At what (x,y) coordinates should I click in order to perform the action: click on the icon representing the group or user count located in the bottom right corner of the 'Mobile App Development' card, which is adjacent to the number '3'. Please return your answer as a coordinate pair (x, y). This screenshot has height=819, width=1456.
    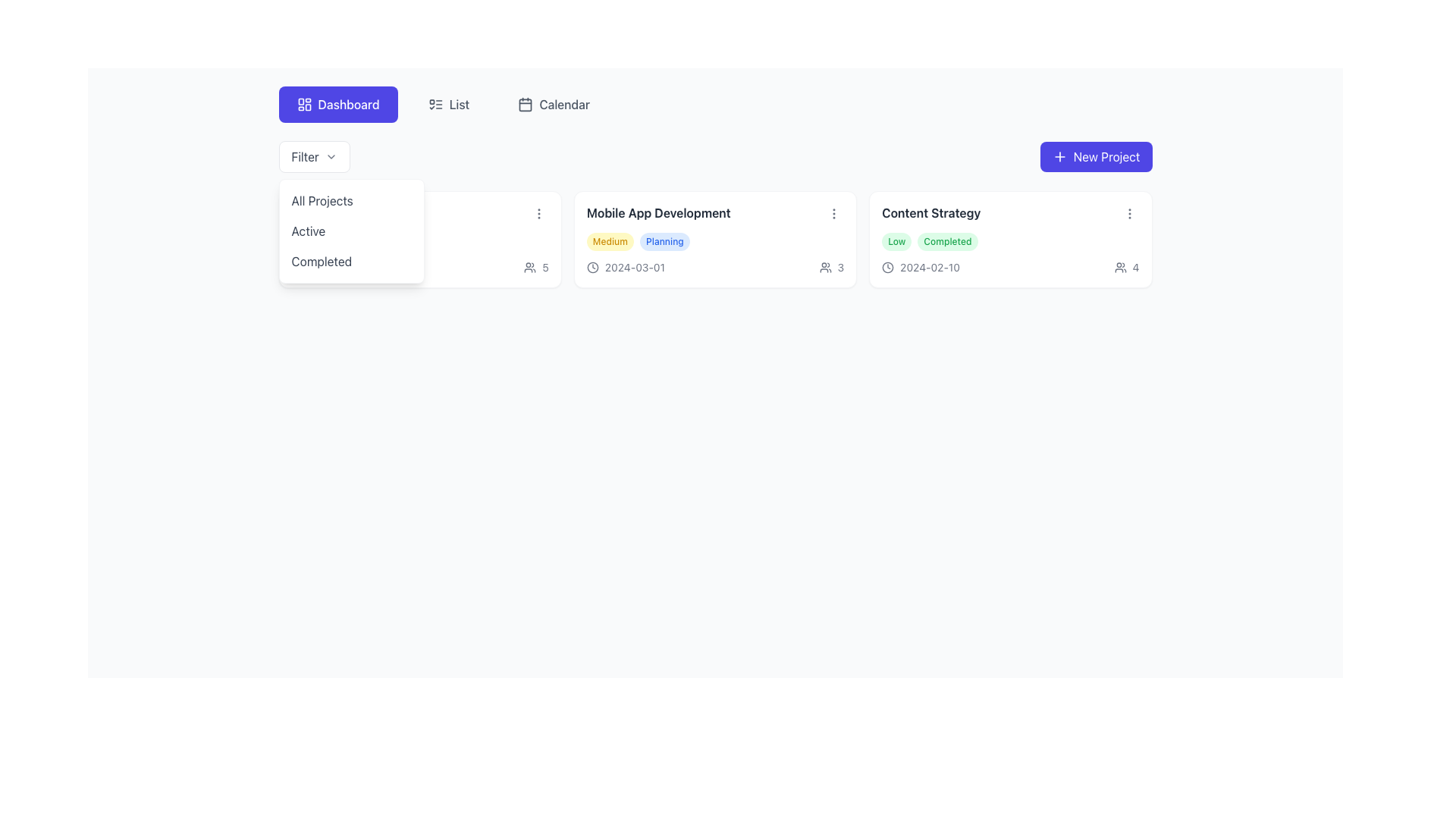
    Looking at the image, I should click on (824, 267).